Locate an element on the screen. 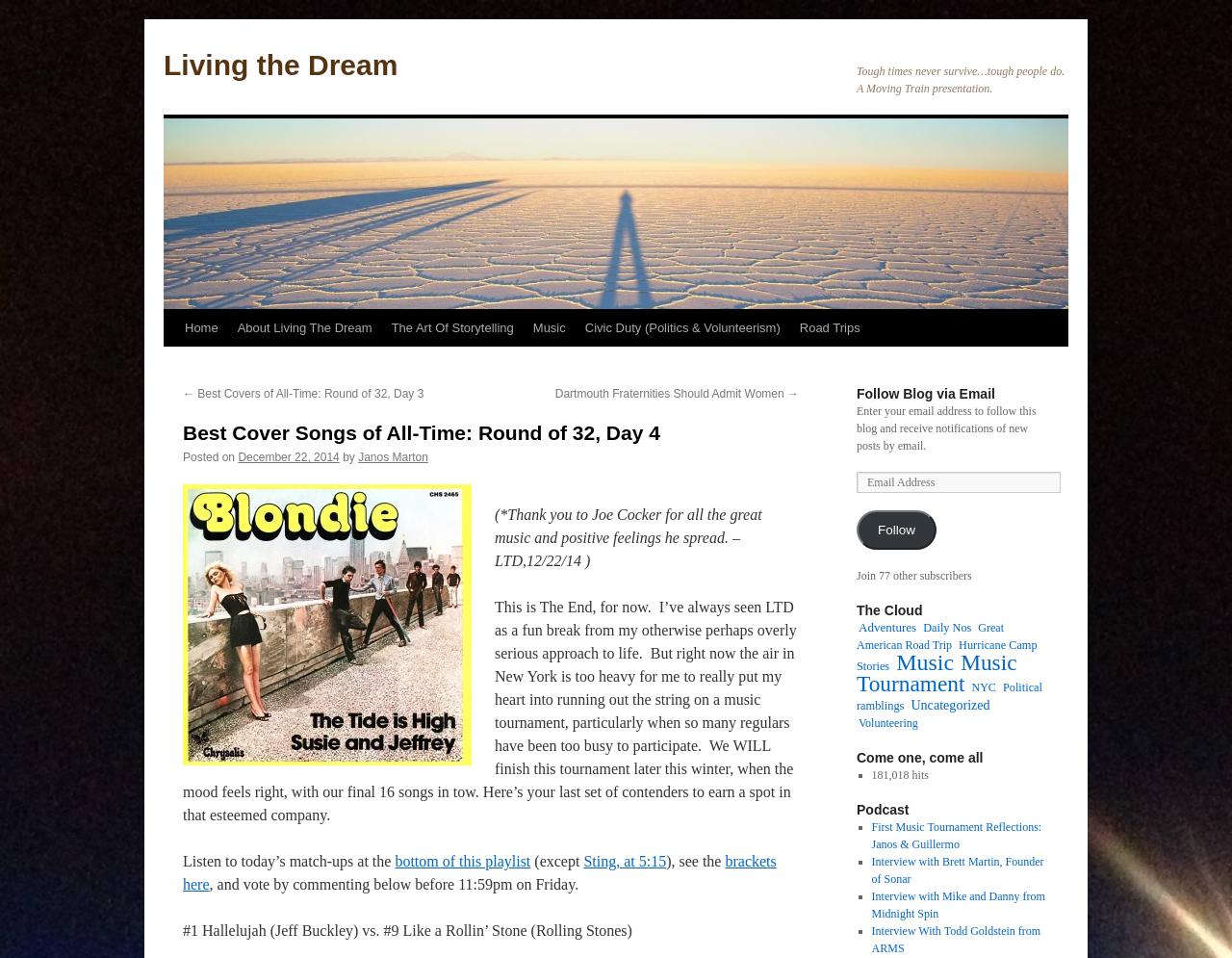 The height and width of the screenshot is (958, 1232). 'Interview With Todd Goldstein from ARMS' is located at coordinates (956, 938).